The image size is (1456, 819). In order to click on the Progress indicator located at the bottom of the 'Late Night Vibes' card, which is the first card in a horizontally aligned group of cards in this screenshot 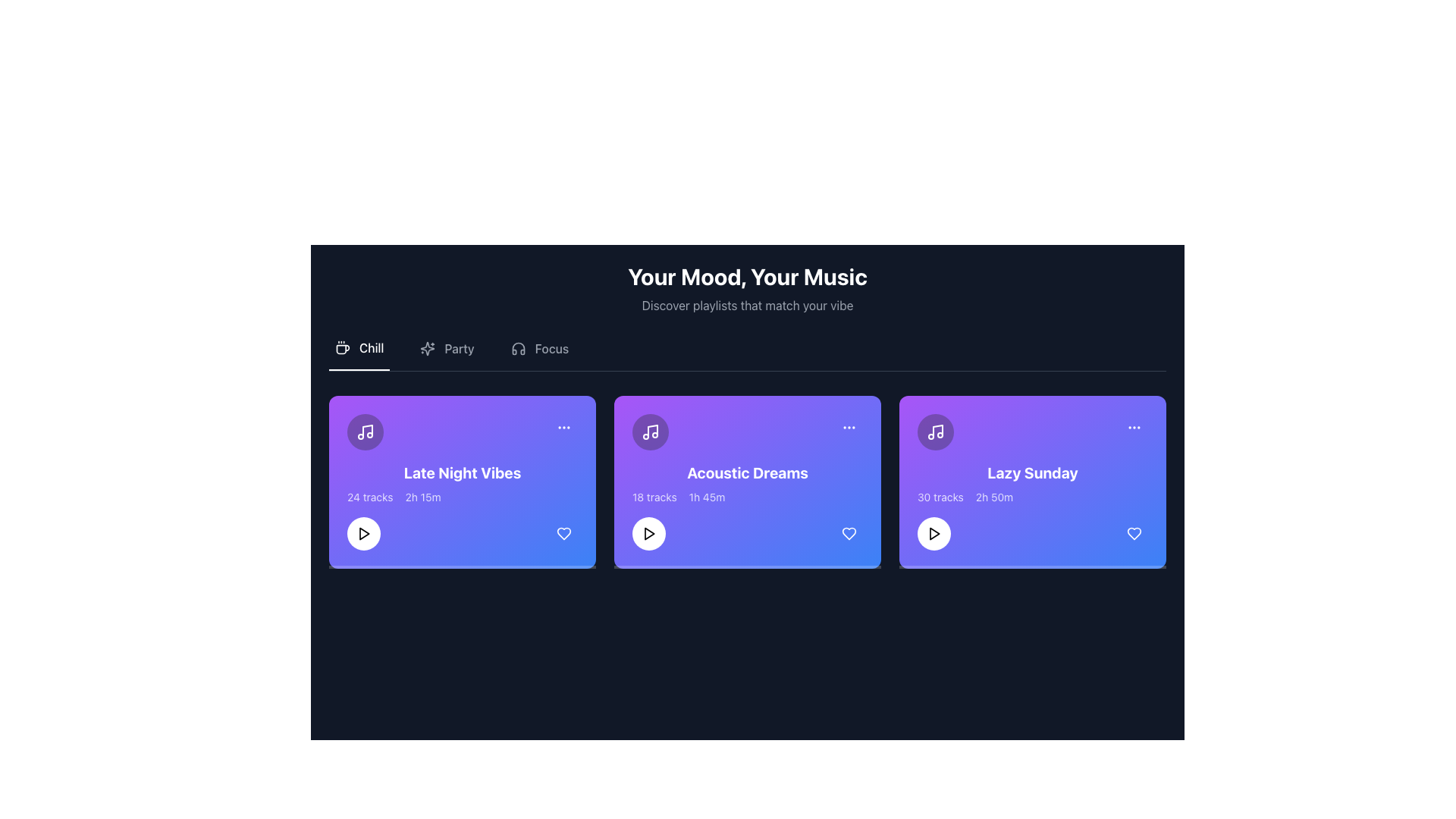, I will do `click(461, 567)`.